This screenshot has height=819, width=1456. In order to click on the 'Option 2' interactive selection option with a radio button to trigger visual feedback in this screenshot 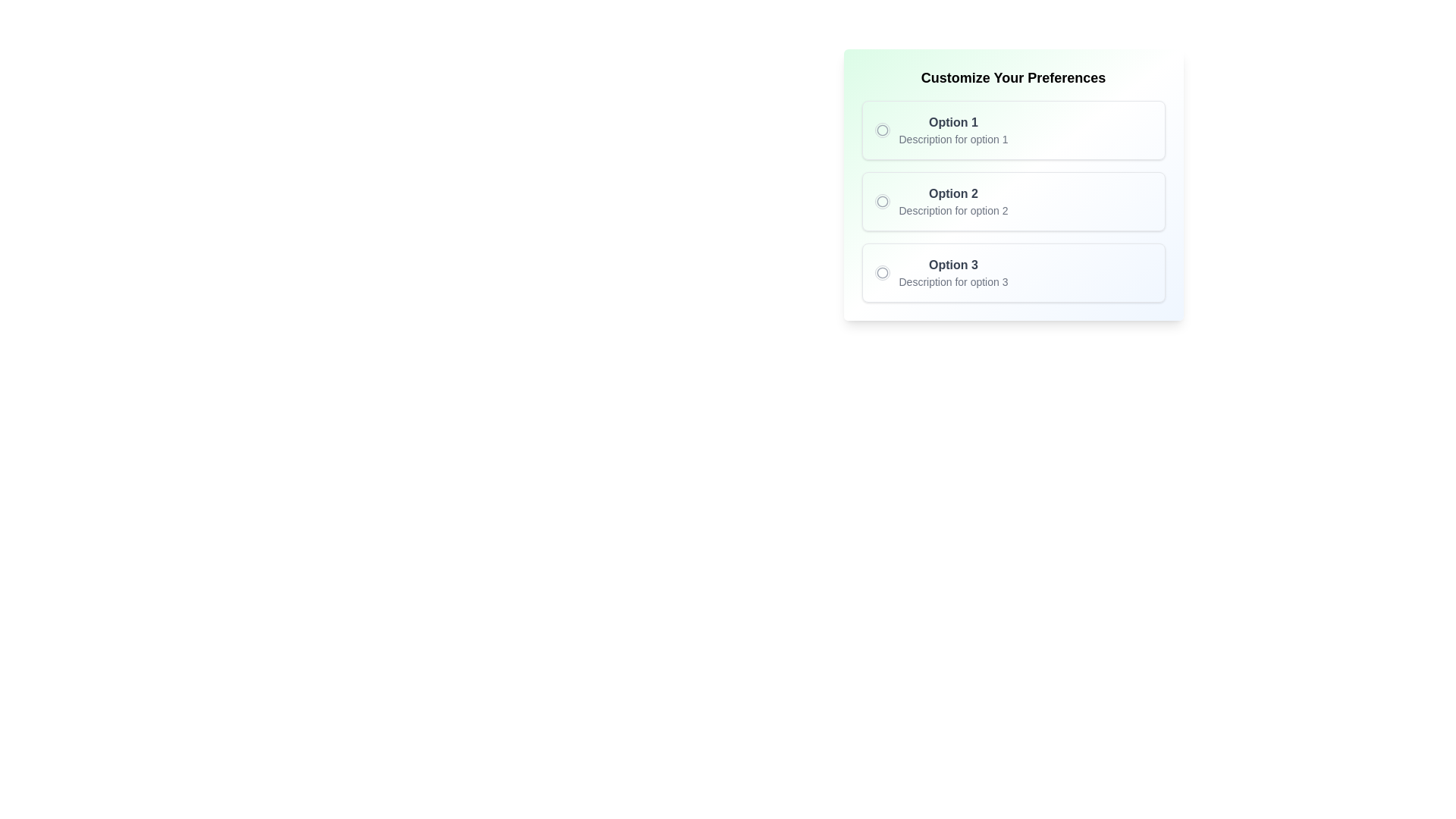, I will do `click(1013, 201)`.